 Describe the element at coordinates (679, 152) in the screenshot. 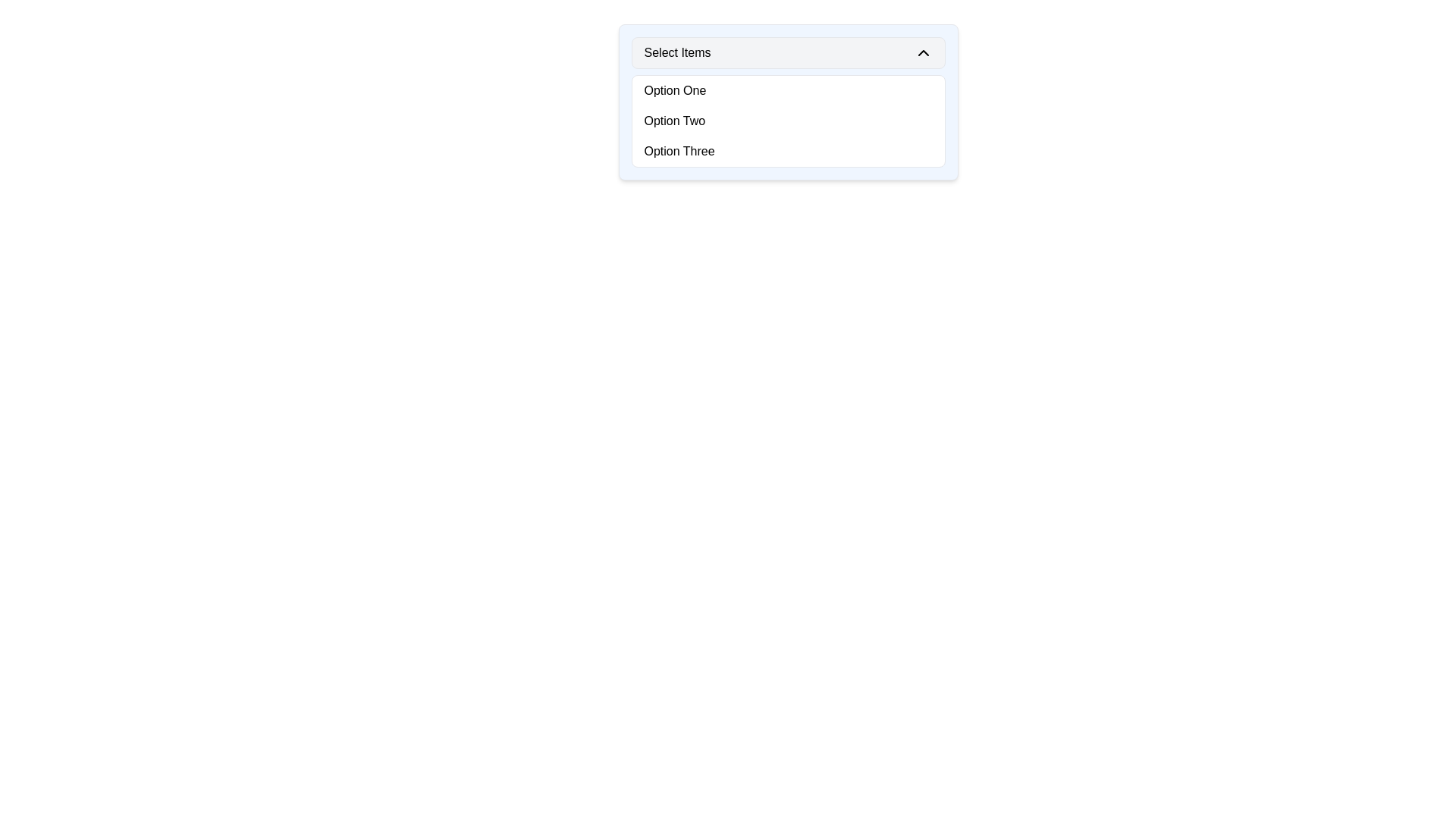

I see `the third option in the dropdown menu that is selectable and may trigger an action` at that location.